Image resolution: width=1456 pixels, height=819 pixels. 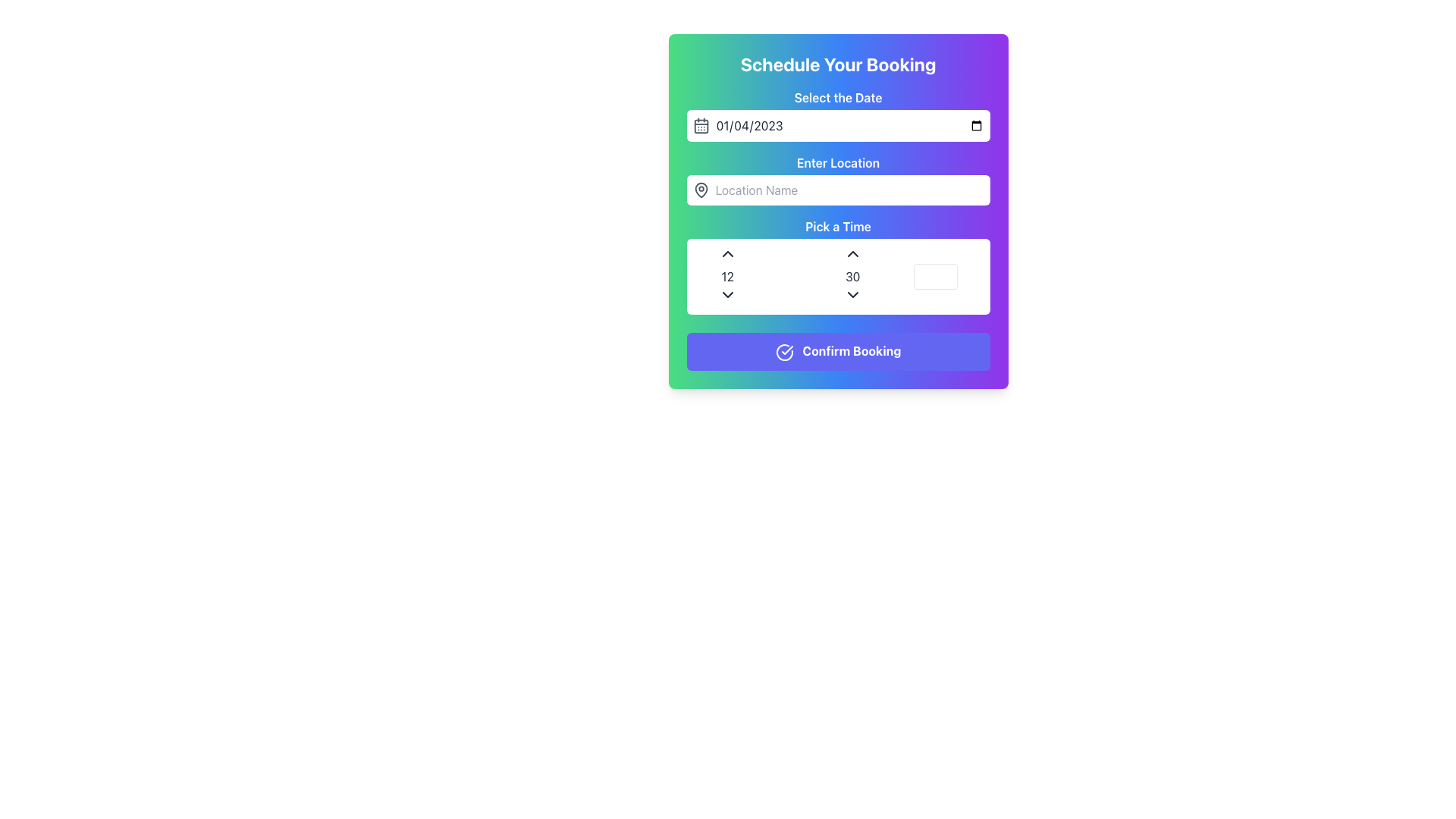 What do you see at coordinates (849, 124) in the screenshot?
I see `the date input field located at the top of the 'Select the Date' section within the 'Schedule Your Booking' form to open the adjacent calendar picker` at bounding box center [849, 124].